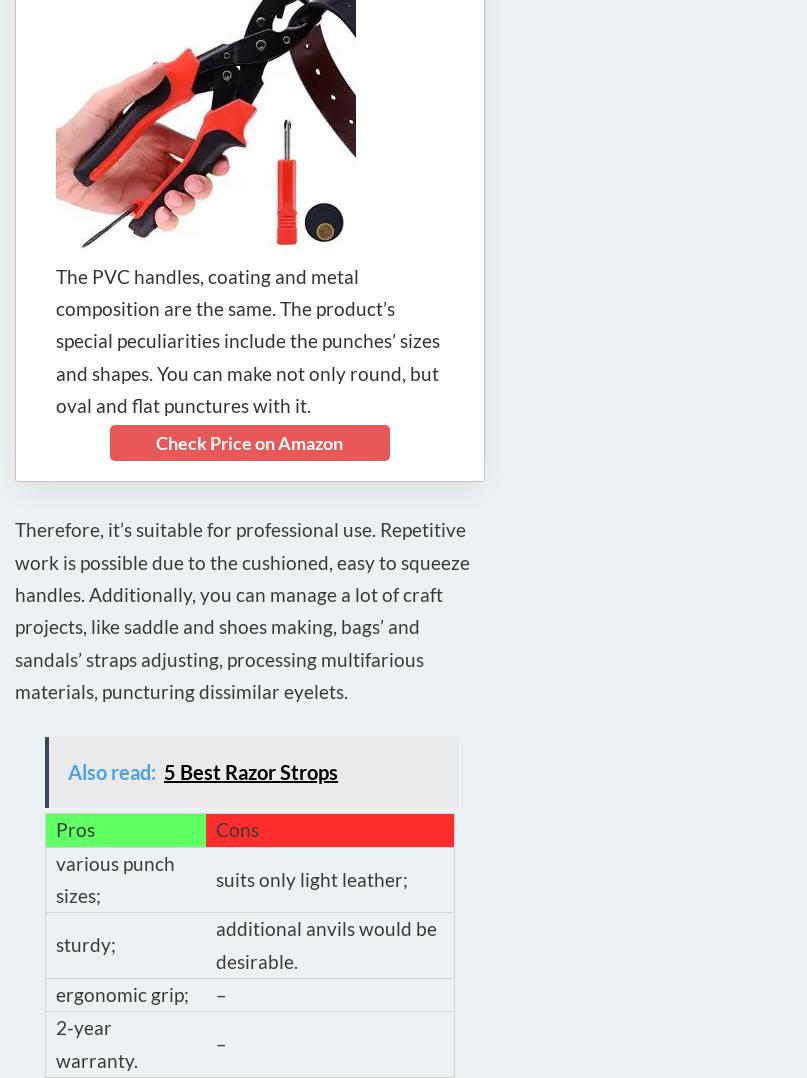  Describe the element at coordinates (237, 829) in the screenshot. I see `'Cons'` at that location.